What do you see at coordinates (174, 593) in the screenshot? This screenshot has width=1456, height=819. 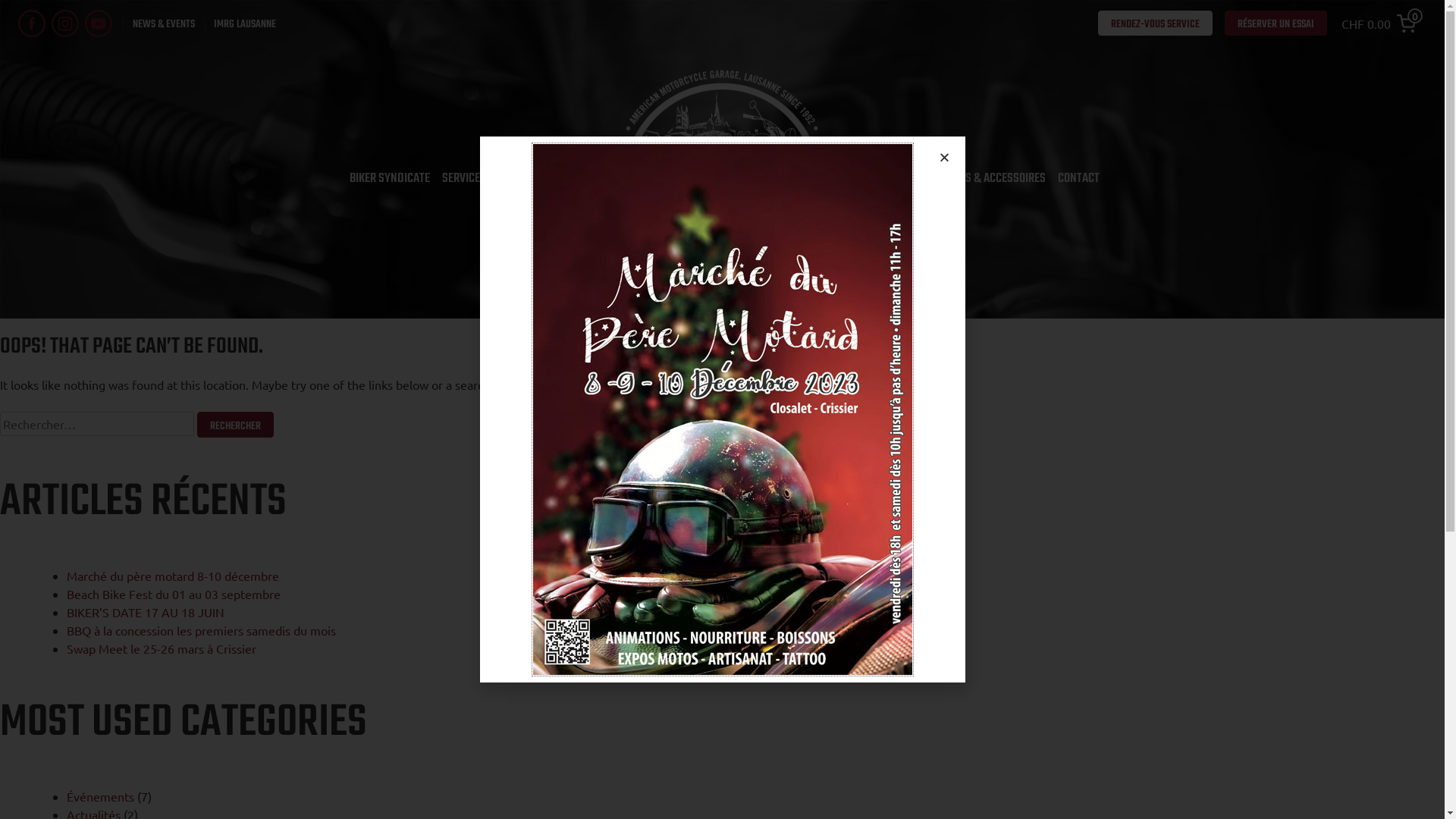 I see `'Beach Bike Fest du 01 au 03 septembre'` at bounding box center [174, 593].